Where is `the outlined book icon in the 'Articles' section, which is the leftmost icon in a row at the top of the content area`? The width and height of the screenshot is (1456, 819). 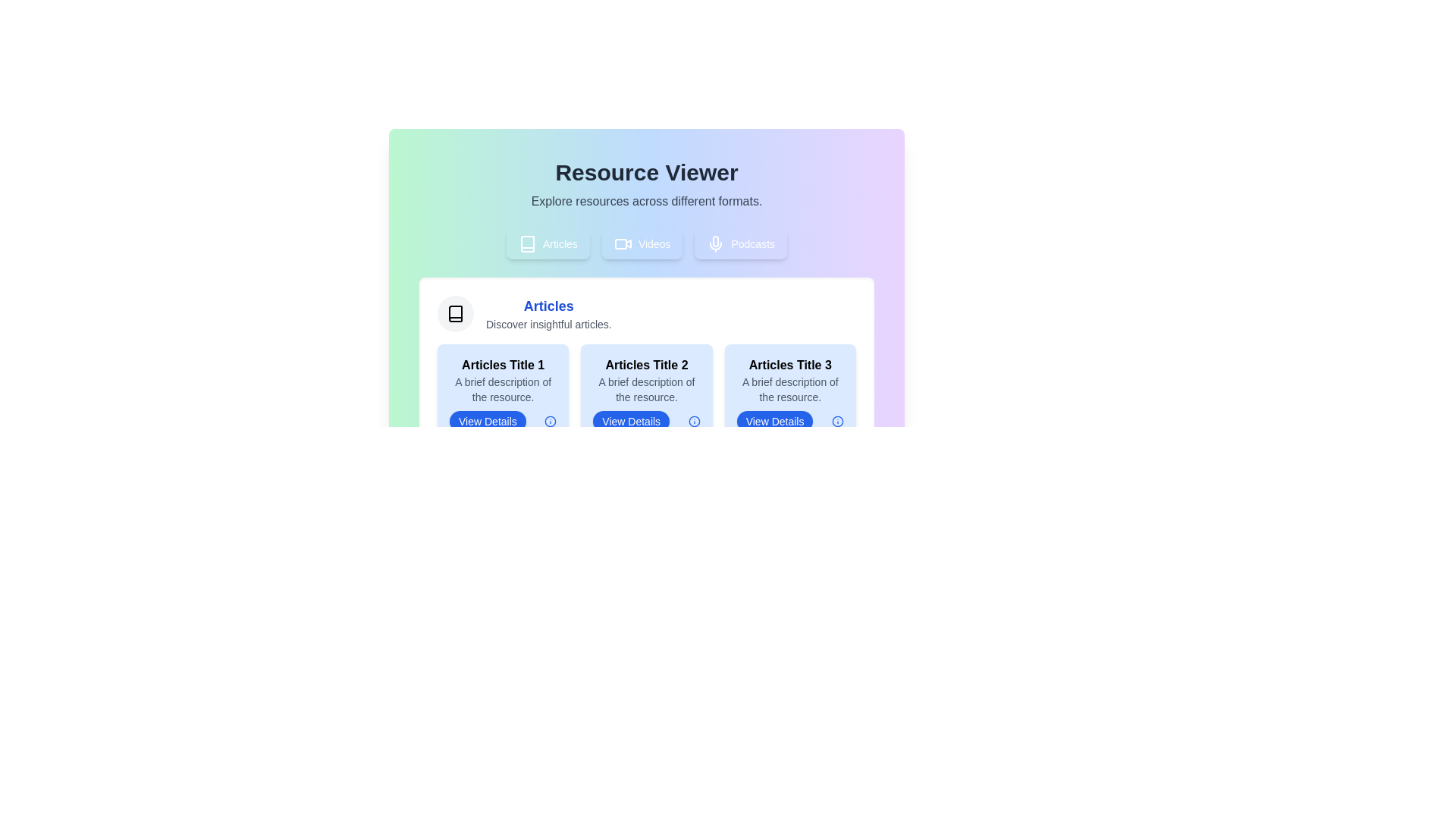 the outlined book icon in the 'Articles' section, which is the leftmost icon in a row at the top of the content area is located at coordinates (454, 312).